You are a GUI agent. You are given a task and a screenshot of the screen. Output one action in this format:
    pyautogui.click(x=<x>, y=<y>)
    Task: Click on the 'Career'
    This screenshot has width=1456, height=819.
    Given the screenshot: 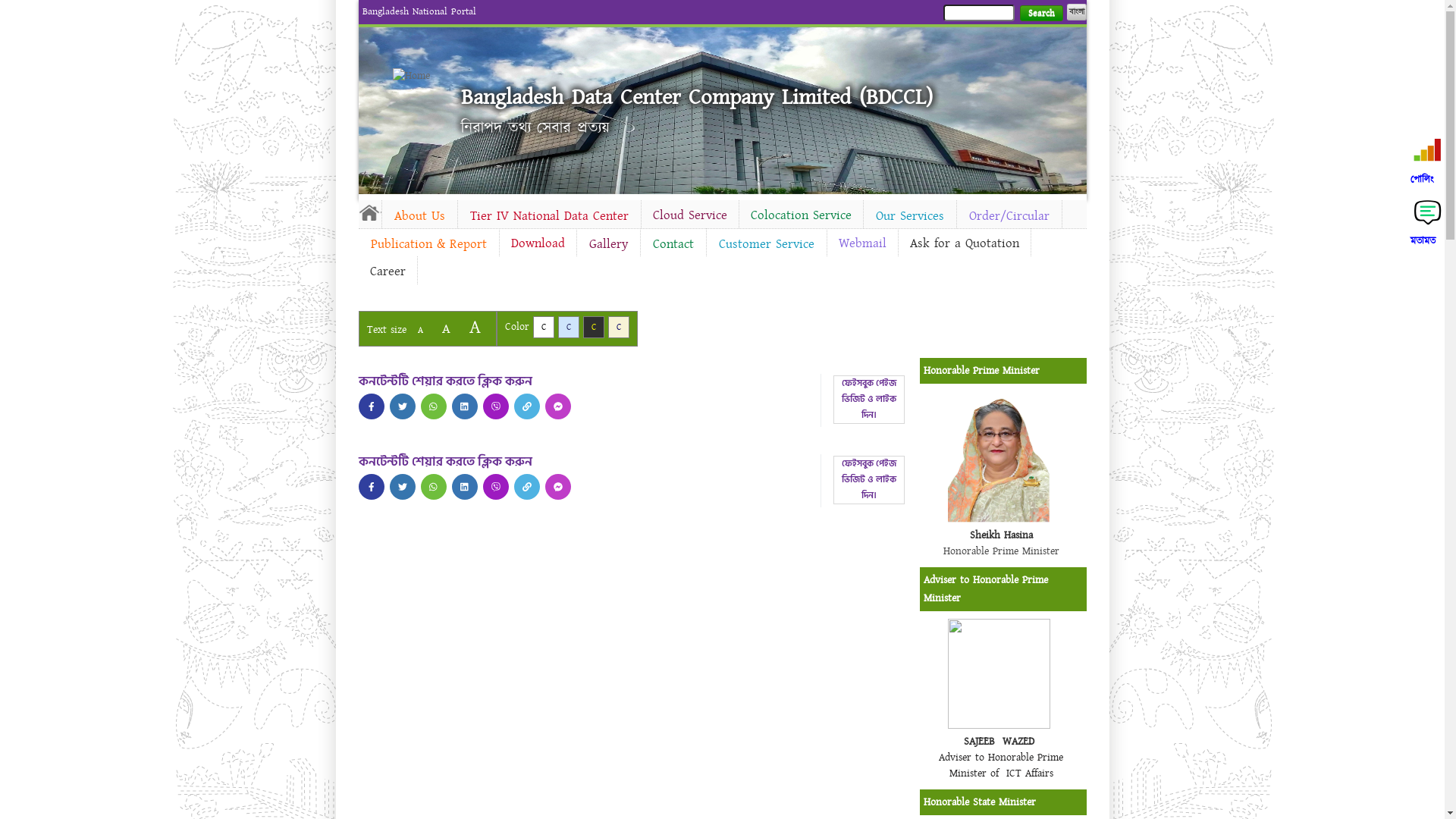 What is the action you would take?
    pyautogui.click(x=356, y=271)
    